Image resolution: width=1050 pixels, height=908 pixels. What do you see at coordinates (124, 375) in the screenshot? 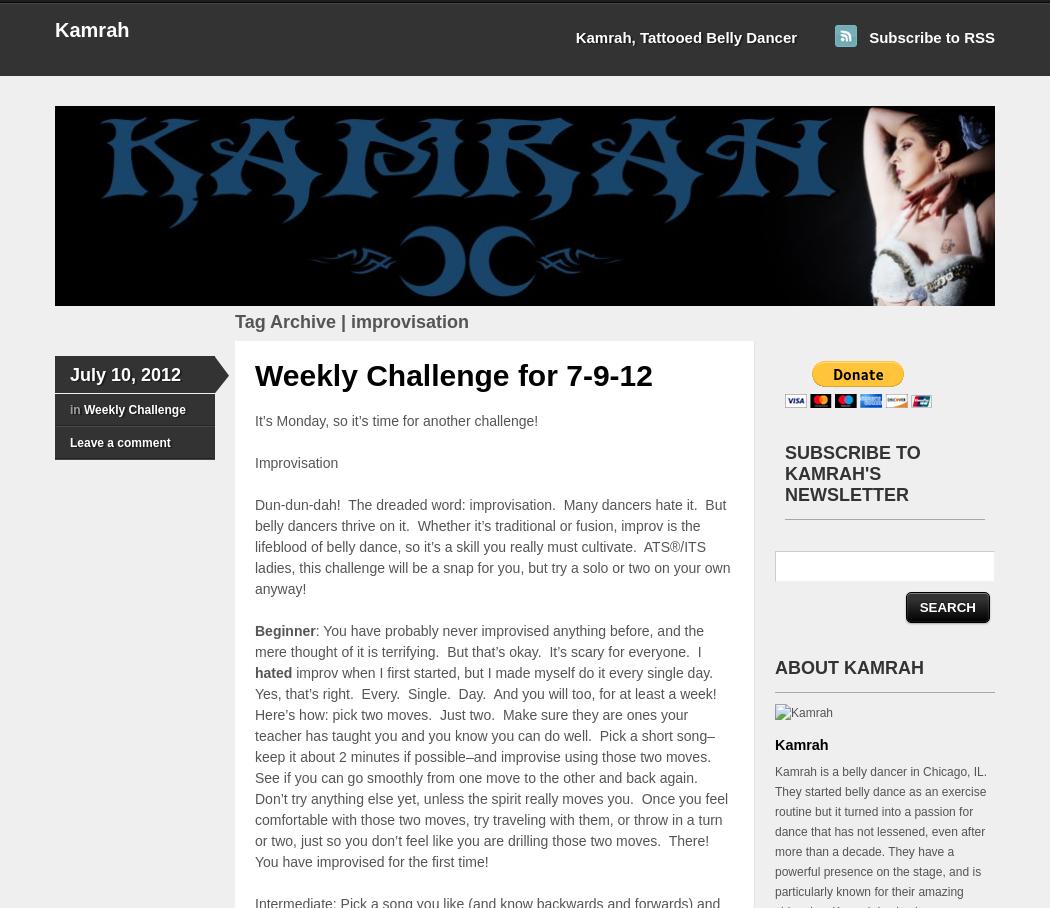
I see `'July 10, 2012'` at bounding box center [124, 375].